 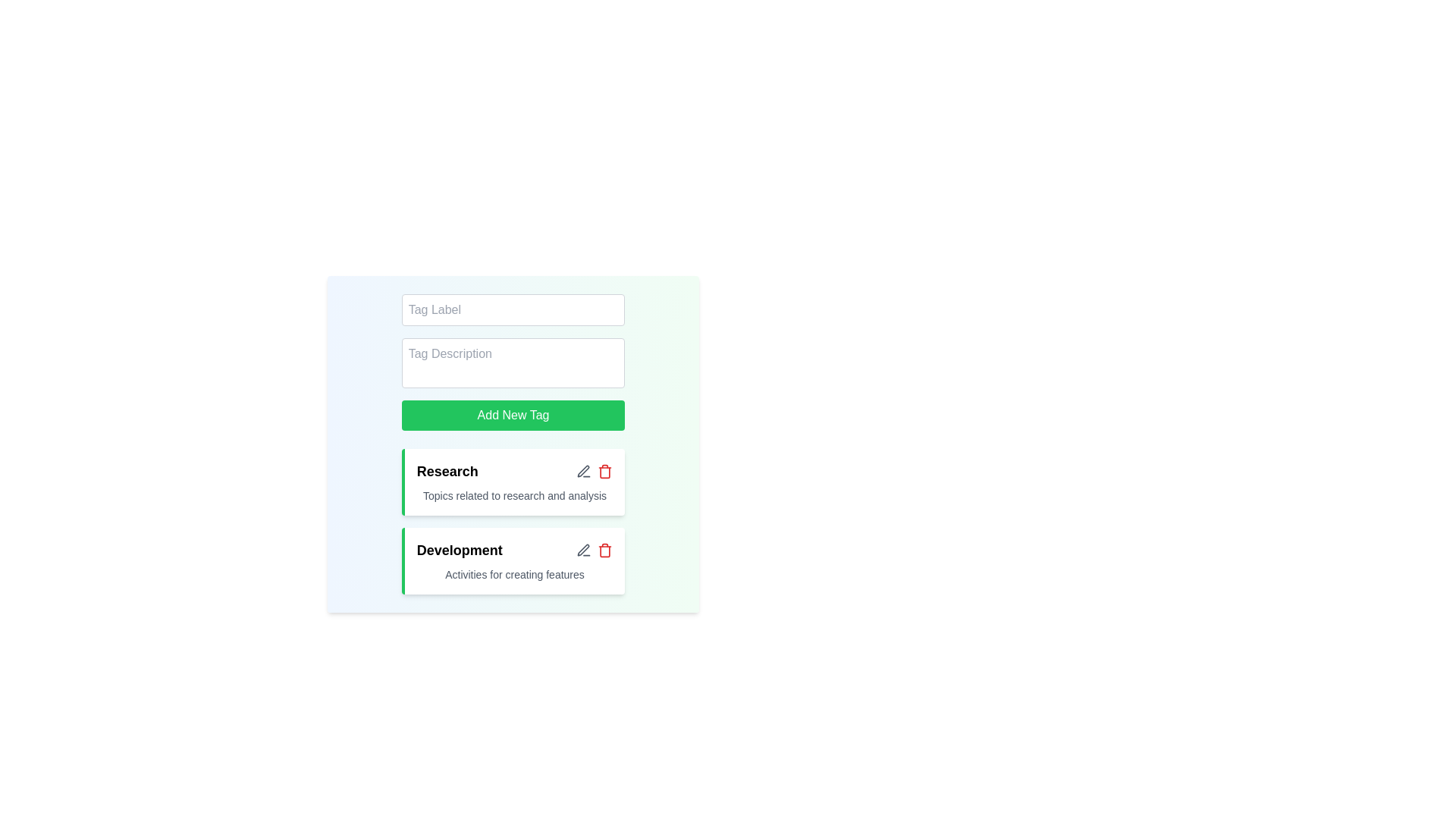 What do you see at coordinates (582, 470) in the screenshot?
I see `the decorative edit icon located on the right side of the 'Development' row, next to the red trash-can symbol` at bounding box center [582, 470].